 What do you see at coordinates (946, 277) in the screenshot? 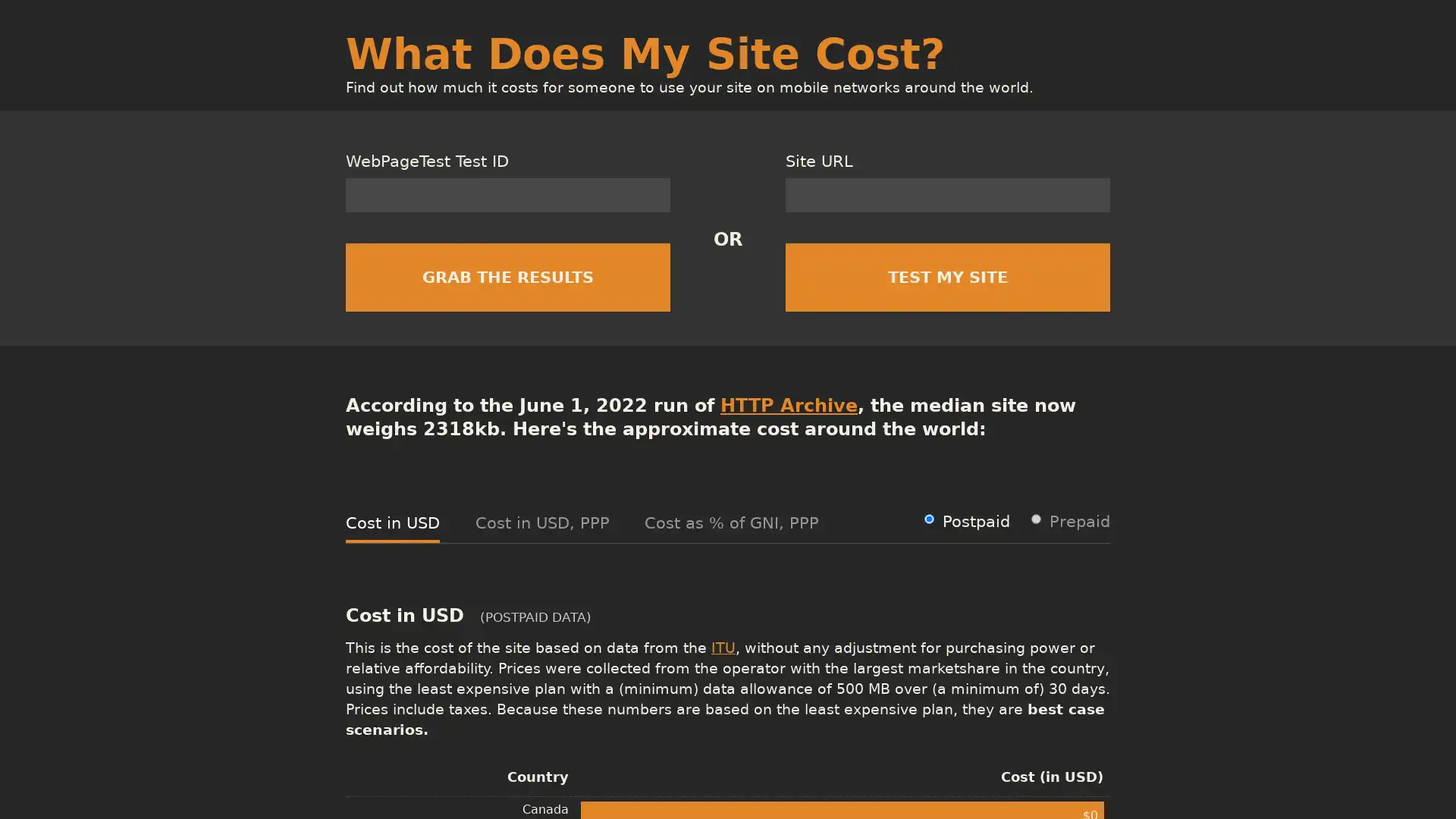
I see `Test my site` at bounding box center [946, 277].